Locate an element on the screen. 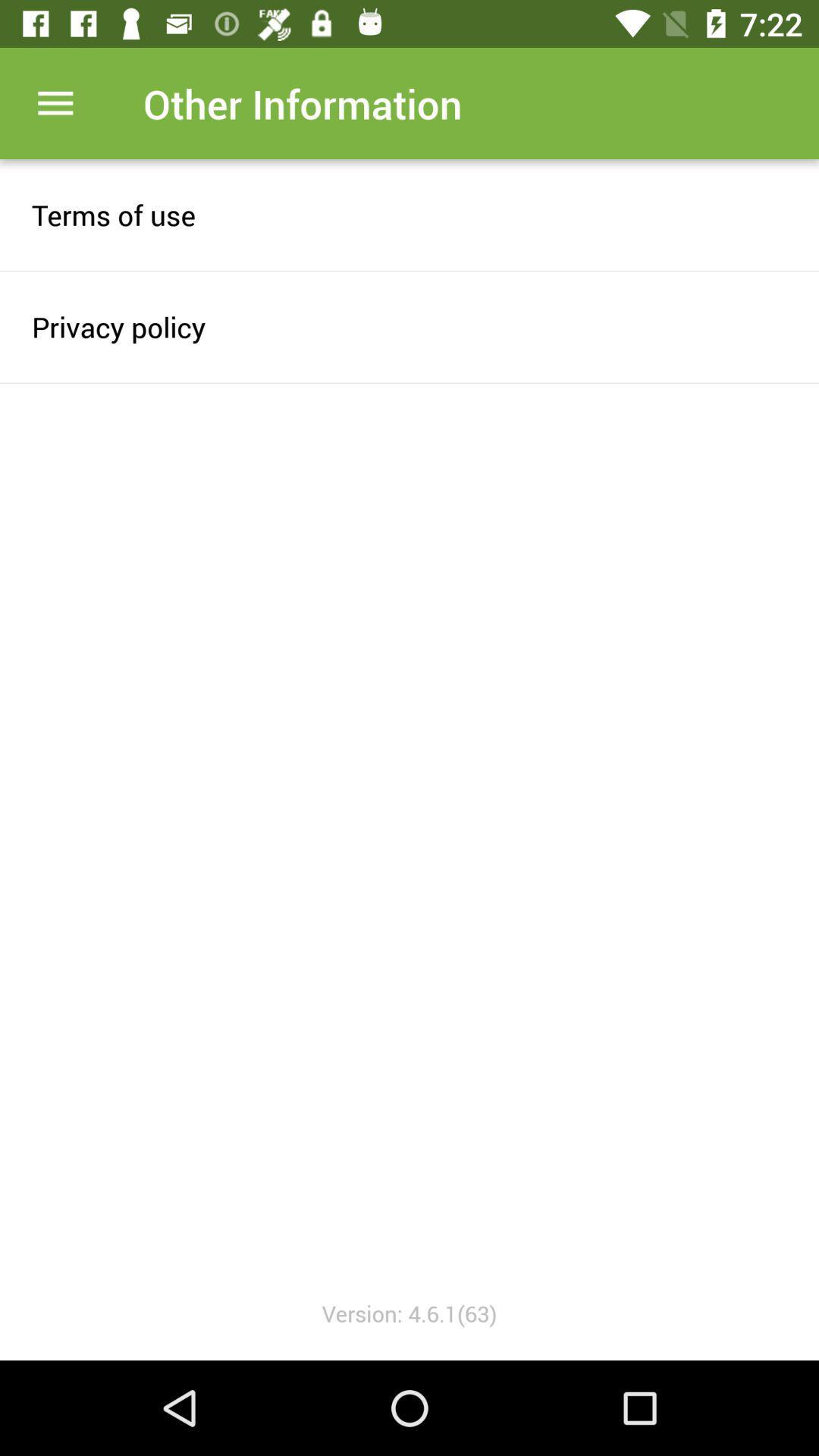 The height and width of the screenshot is (1456, 819). the icon at the top left corner is located at coordinates (55, 102).